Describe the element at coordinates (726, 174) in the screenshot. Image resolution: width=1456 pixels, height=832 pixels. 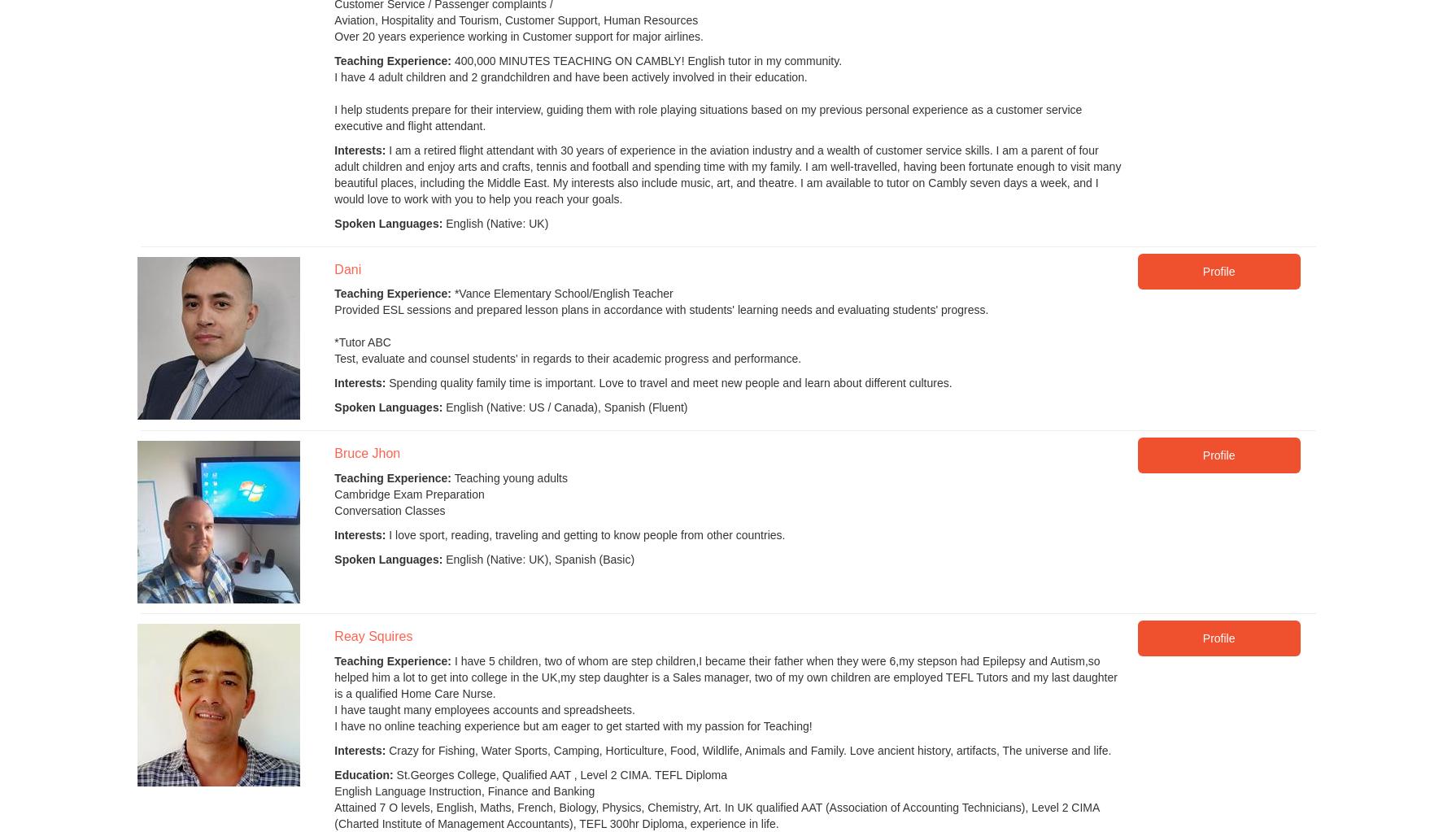
I see `'I am a retired flight attendant with 30 years of experience in the aviation industry and a wealth of customer service skills. I am a parent of four adult children and enjoy arts and crafts, tennis and football and spending time with my family. I am well-travelled, having been fortunate enough to visit many beautiful places, including the Middle East. My interests also include music, art, and theatre. I am available to tutor on Cambly seven days a week, and I would love to work with you to help you reach your goals.'` at that location.